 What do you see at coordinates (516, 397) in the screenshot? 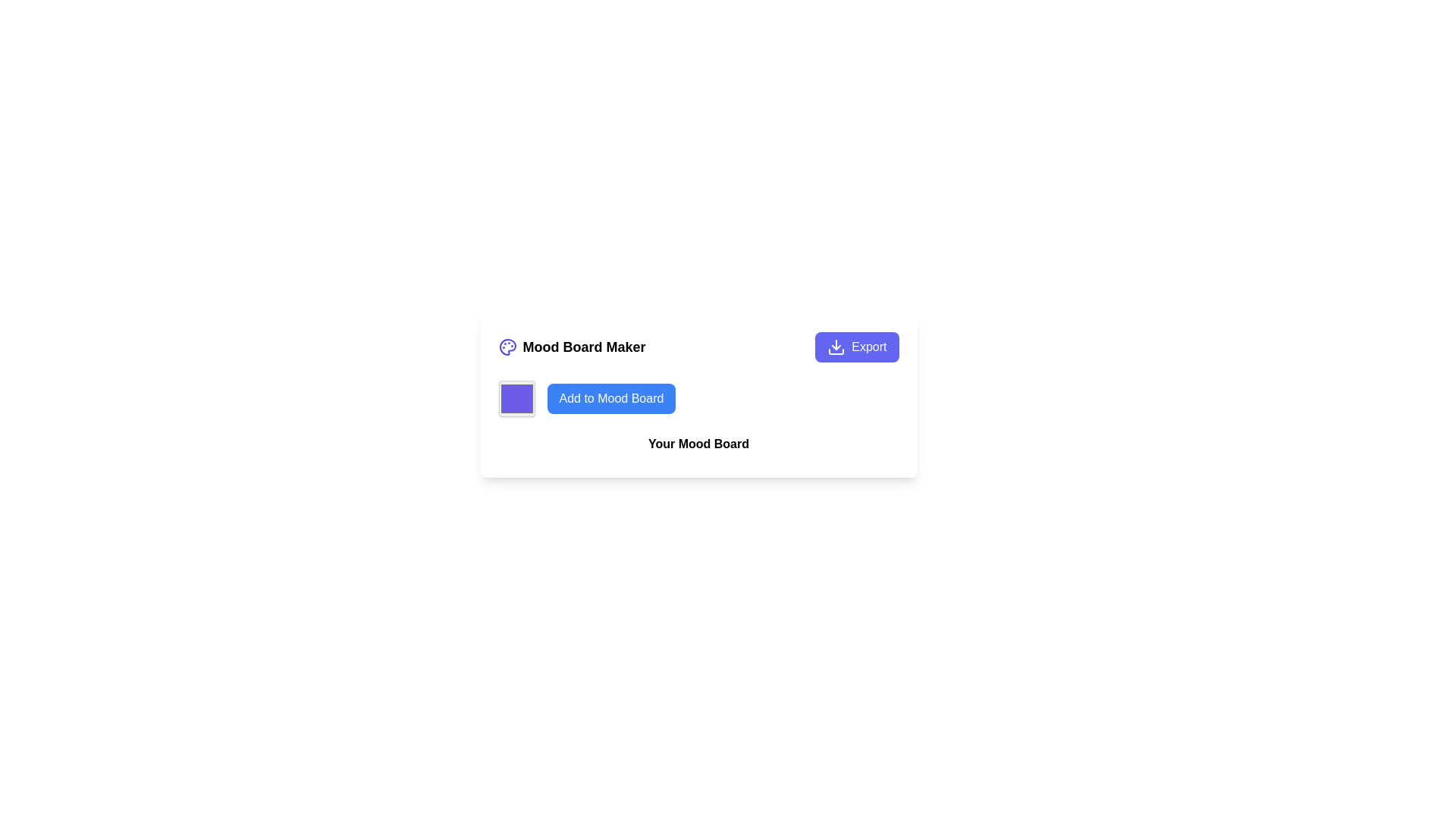
I see `the square-shaped color picker input with a filled color of #6c5ce7` at bounding box center [516, 397].